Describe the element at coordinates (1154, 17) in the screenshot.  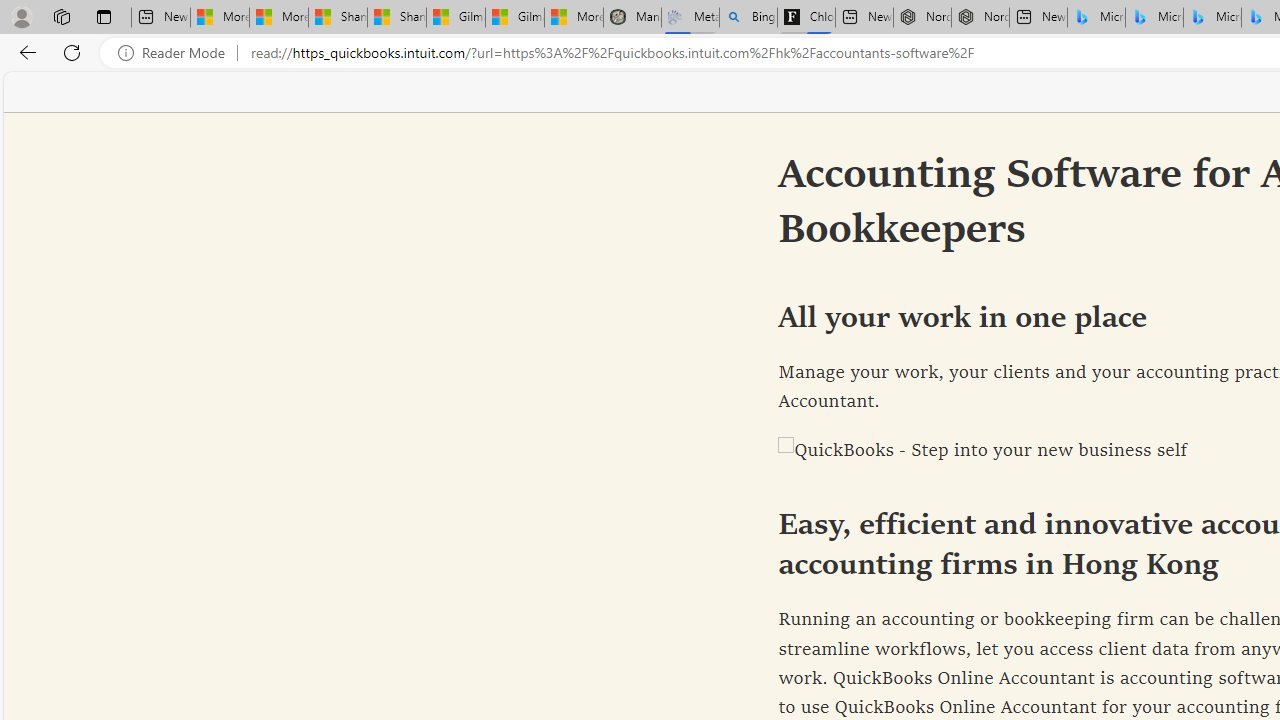
I see `'Microsoft Bing Travel - Stays in Bangkok, Bangkok, Thailand'` at that location.